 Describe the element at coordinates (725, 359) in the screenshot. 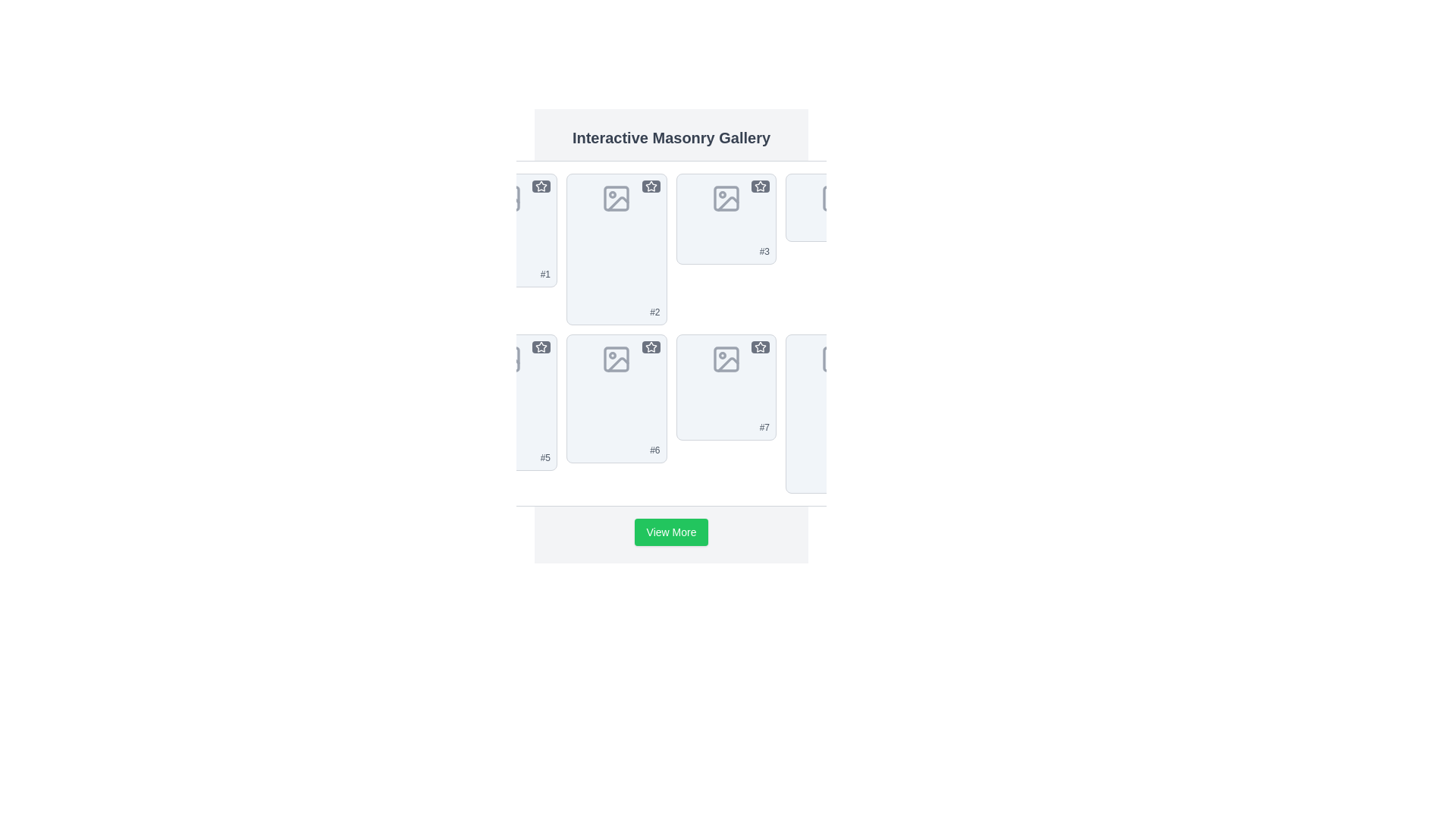

I see `the SVG image icon that represents a placeholder for an image, located in the seventh card of the 'Interactive Masonry Gallery'` at that location.